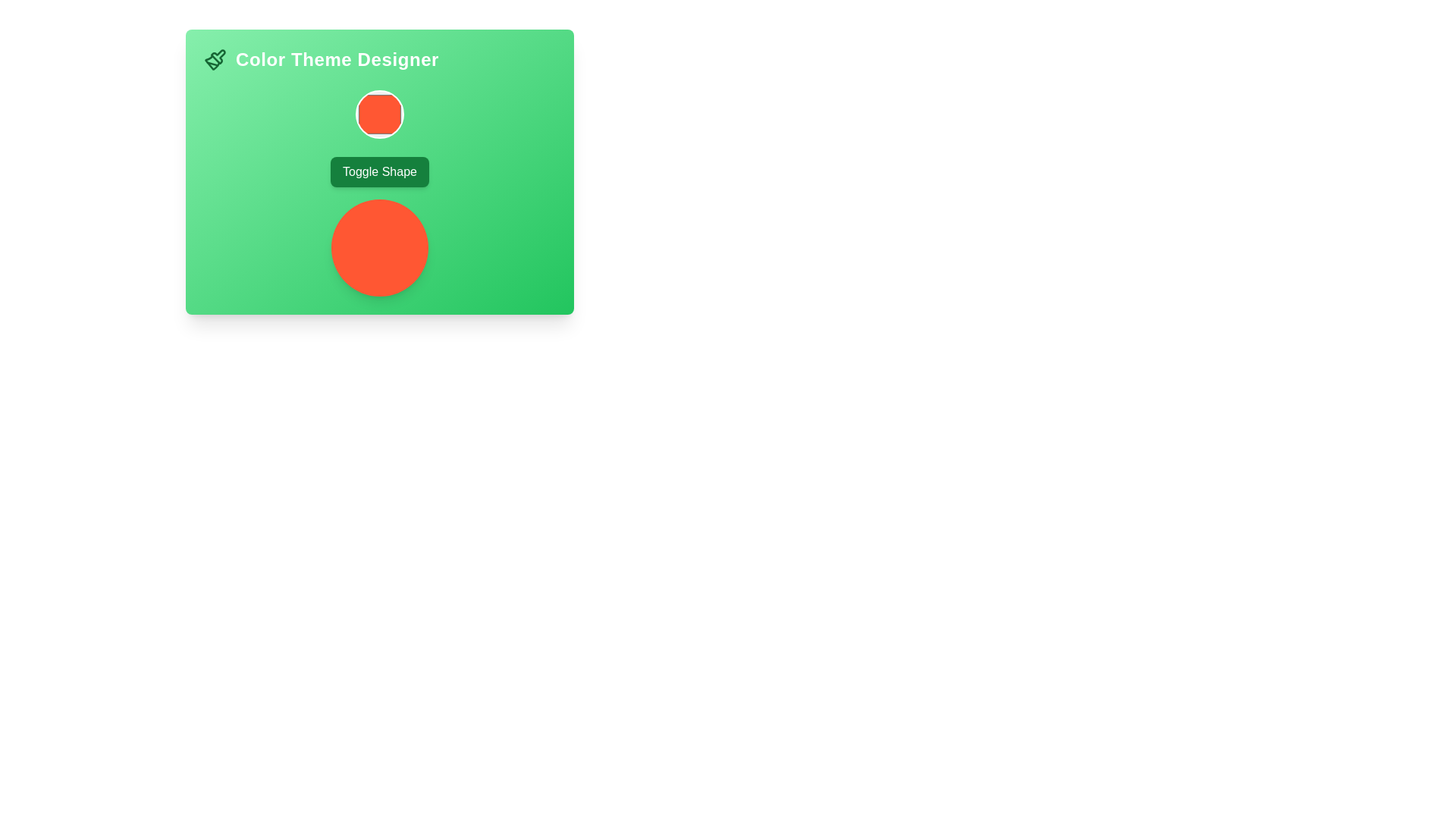 The width and height of the screenshot is (1456, 819). I want to click on the circular color picker button located centrally near the top of the interface, so click(379, 113).